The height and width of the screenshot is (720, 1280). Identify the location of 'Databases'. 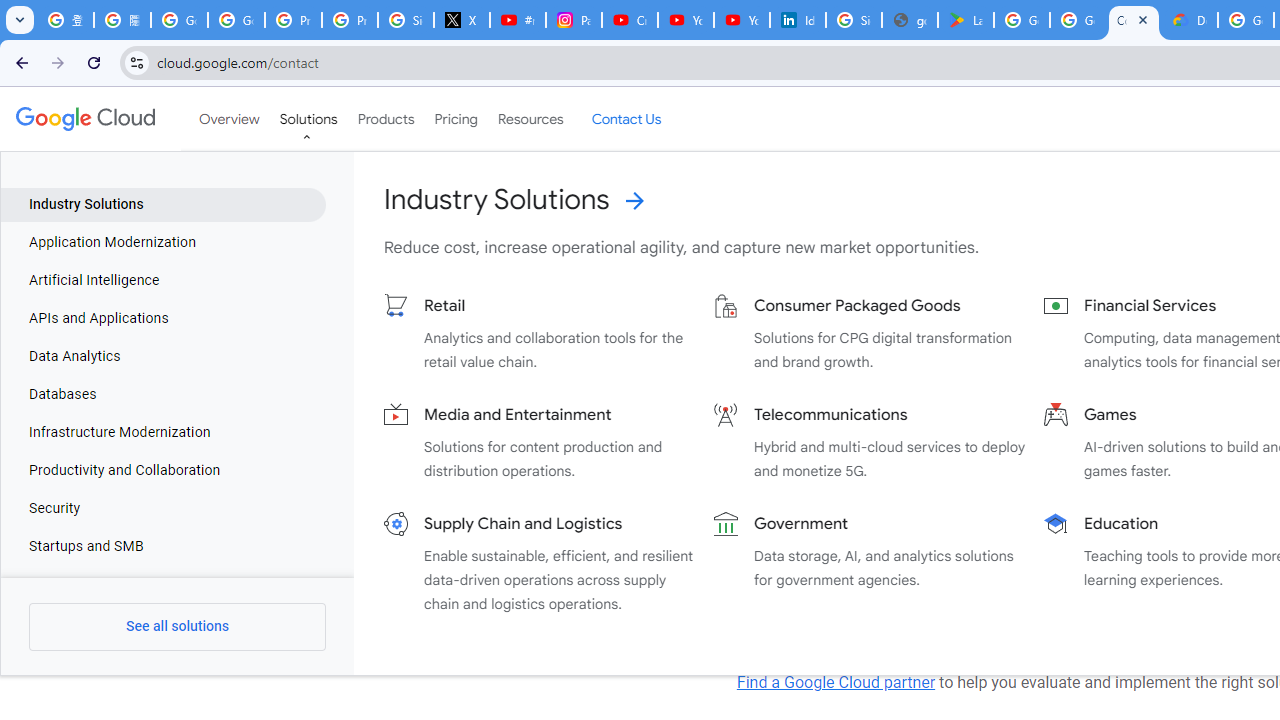
(163, 394).